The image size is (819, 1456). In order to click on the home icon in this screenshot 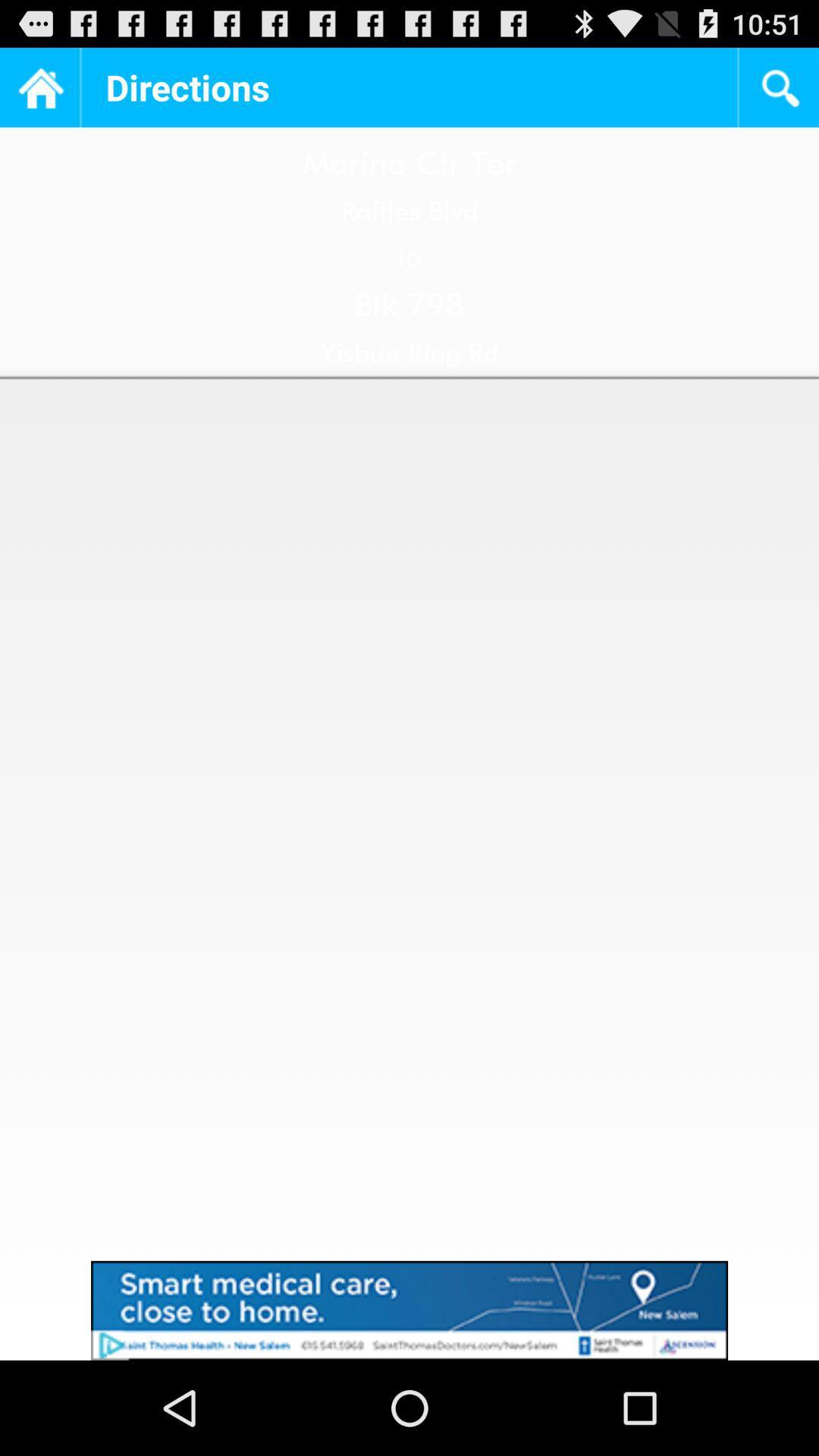, I will do `click(39, 93)`.